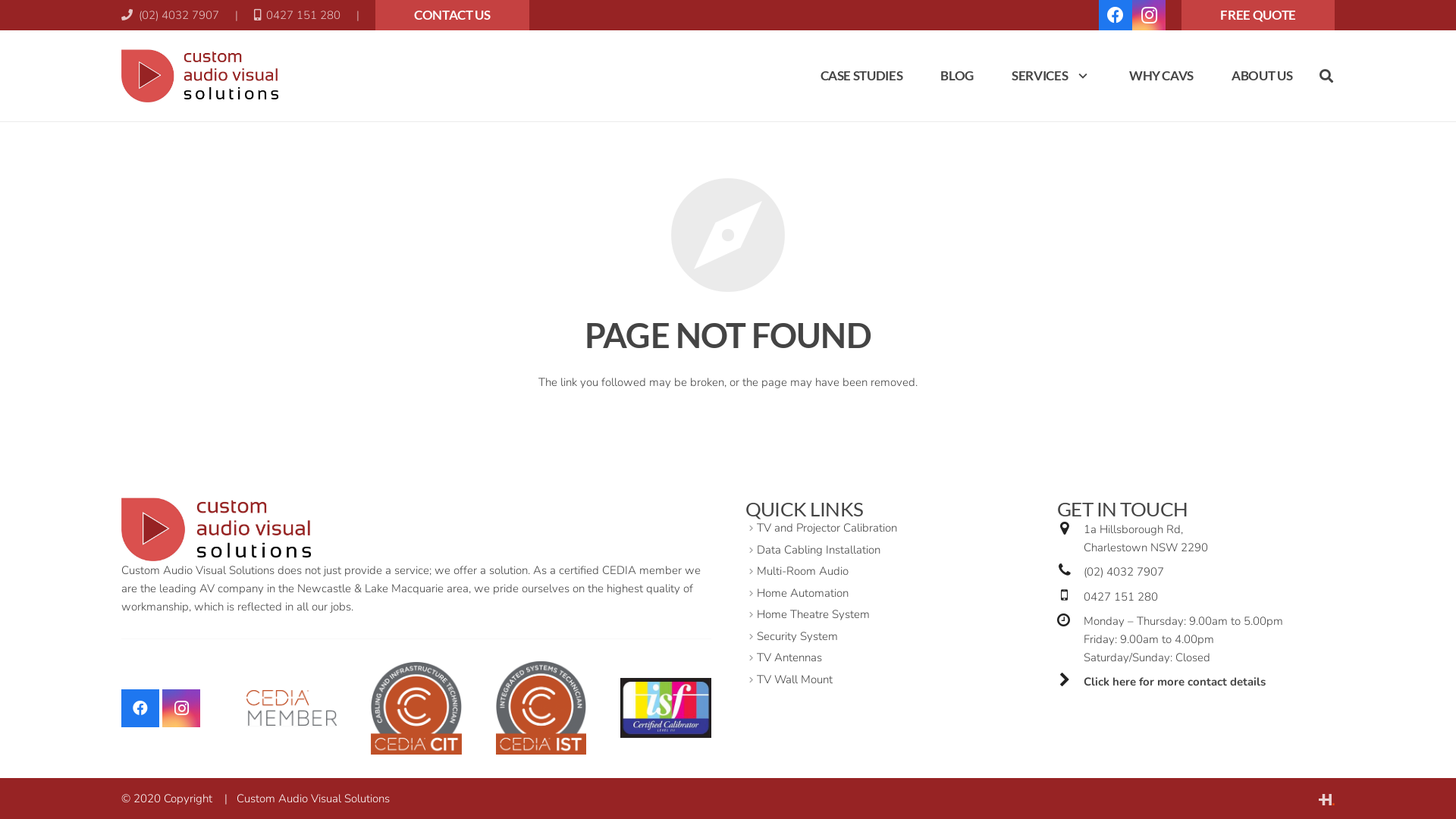  I want to click on 'Home Automation', so click(802, 592).